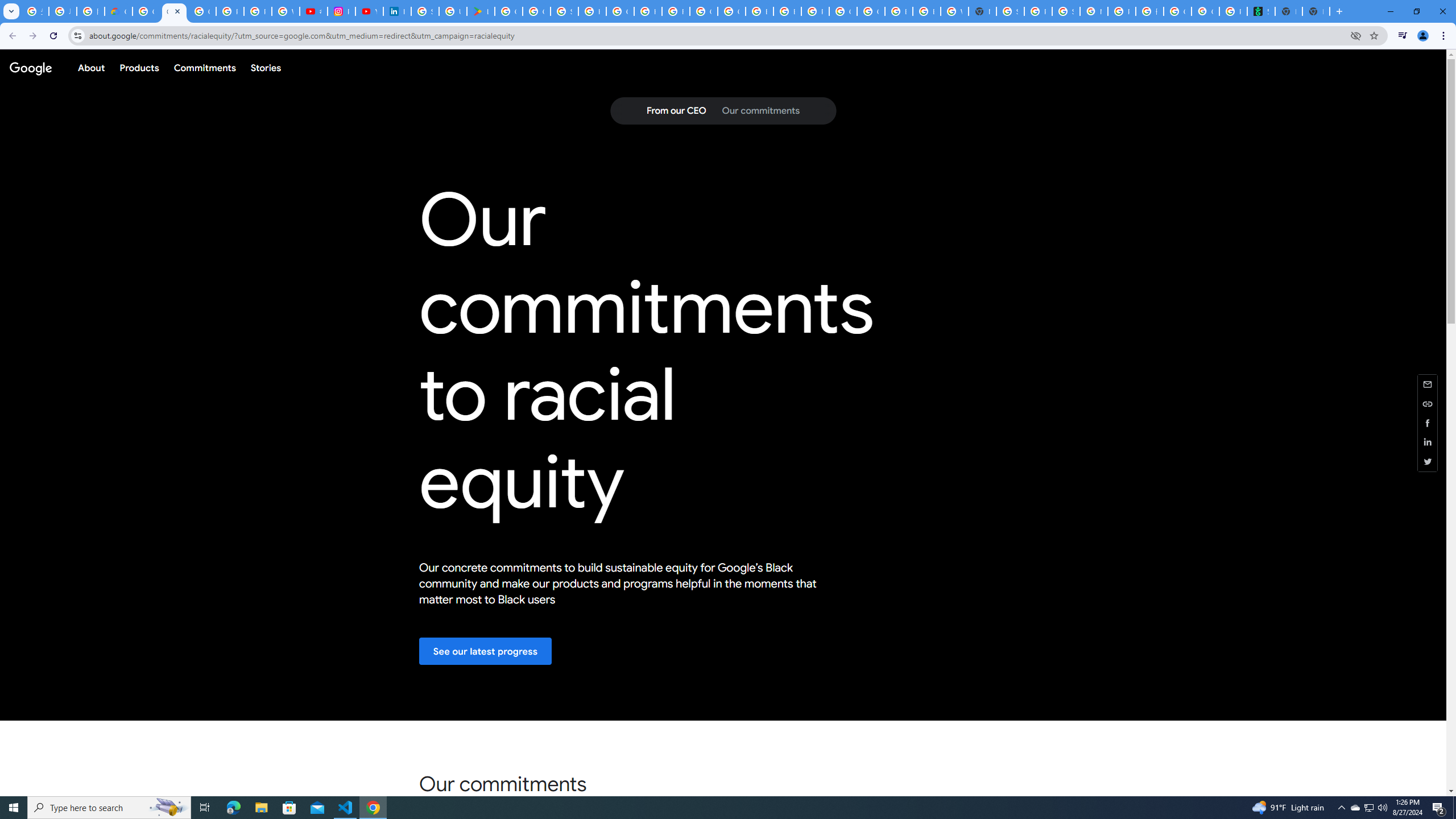 Image resolution: width=1456 pixels, height=819 pixels. Describe the element at coordinates (1356, 35) in the screenshot. I see `'Third-party cookies blocked'` at that location.